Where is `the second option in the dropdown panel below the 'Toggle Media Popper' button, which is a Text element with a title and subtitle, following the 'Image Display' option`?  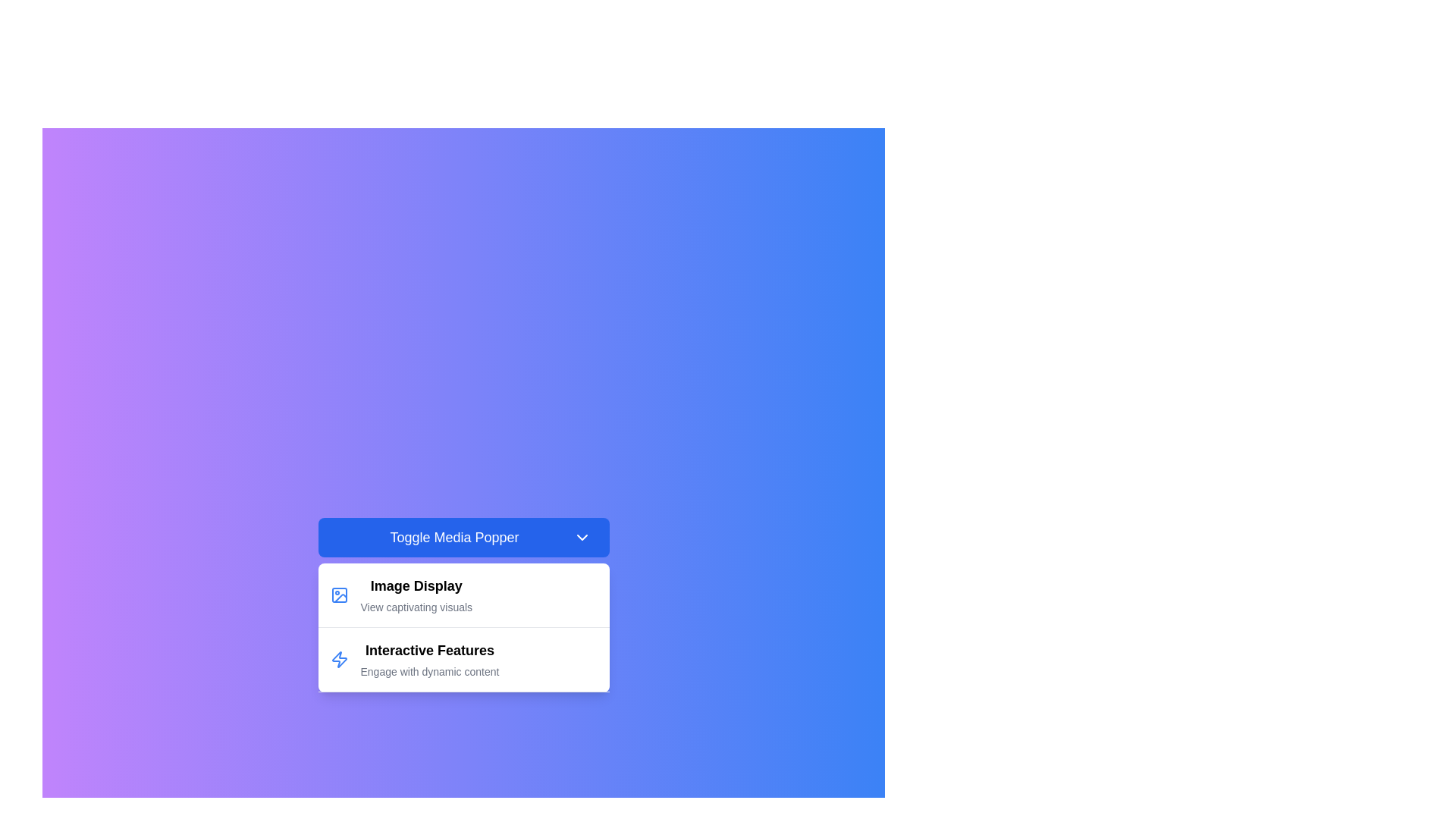
the second option in the dropdown panel below the 'Toggle Media Popper' button, which is a Text element with a title and subtitle, following the 'Image Display' option is located at coordinates (428, 659).